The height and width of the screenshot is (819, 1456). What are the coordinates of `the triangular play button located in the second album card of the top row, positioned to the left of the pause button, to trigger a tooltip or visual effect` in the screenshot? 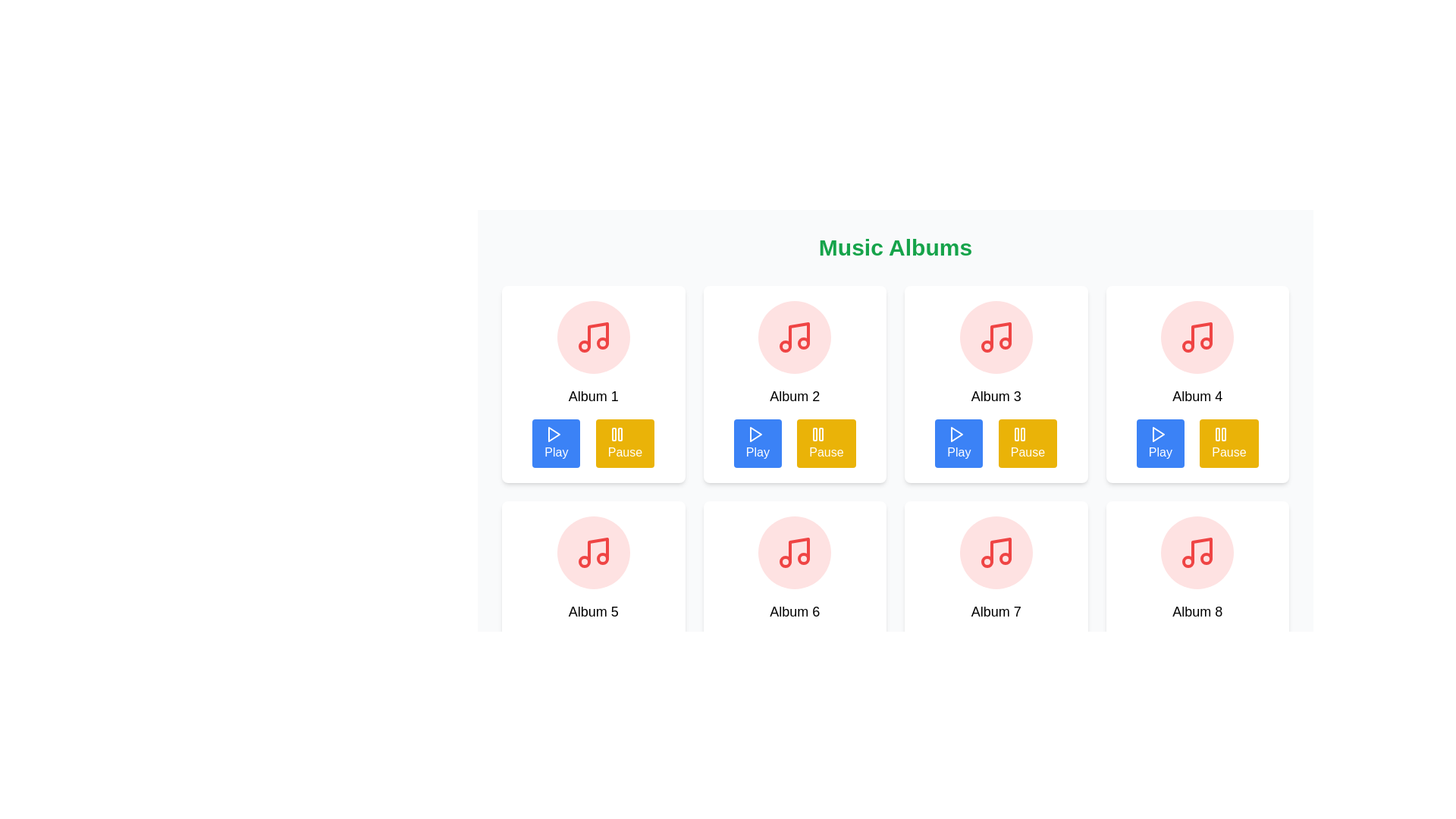 It's located at (755, 435).